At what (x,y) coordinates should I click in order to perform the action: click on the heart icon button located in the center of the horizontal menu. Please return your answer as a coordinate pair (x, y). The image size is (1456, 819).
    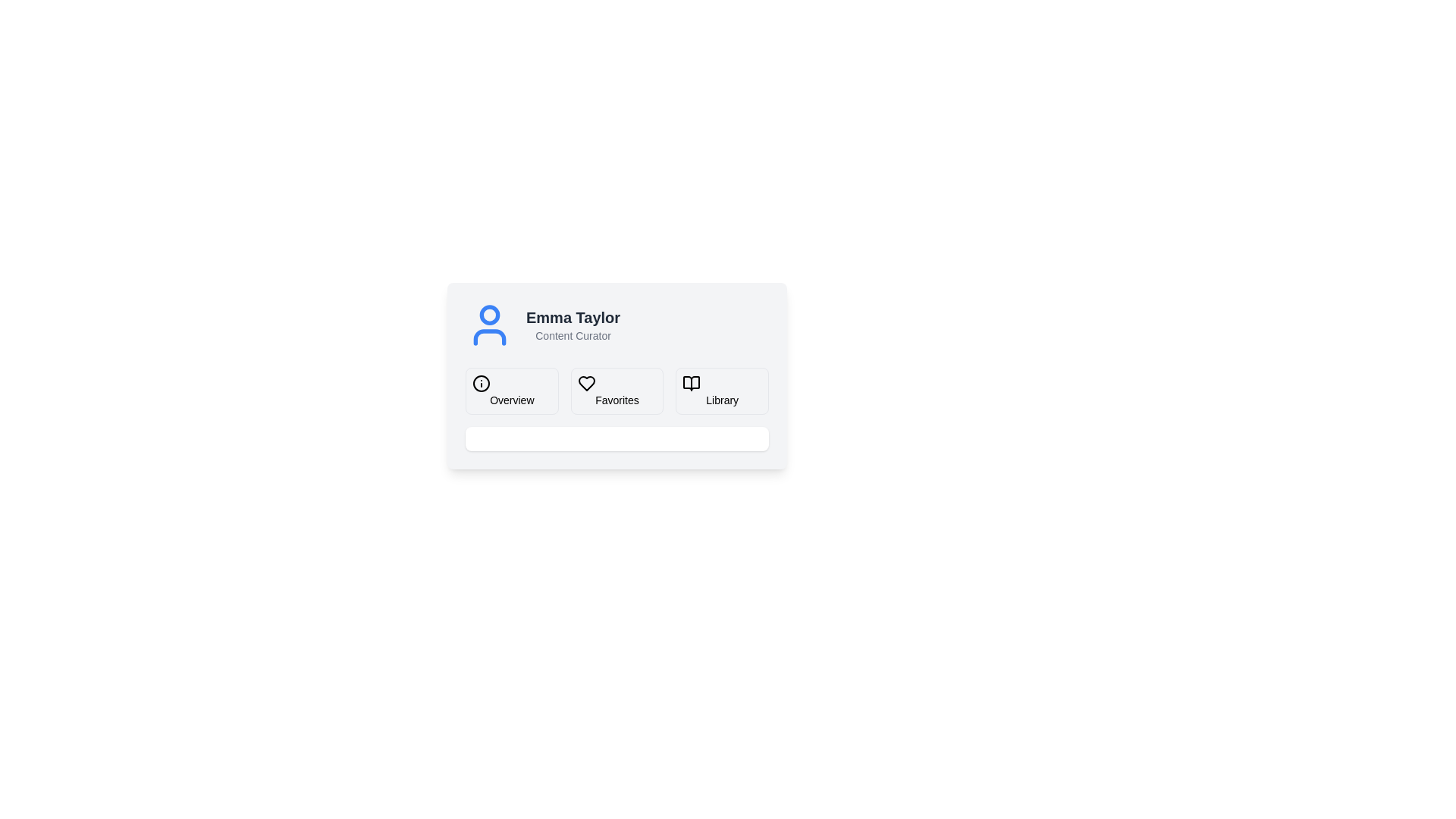
    Looking at the image, I should click on (585, 382).